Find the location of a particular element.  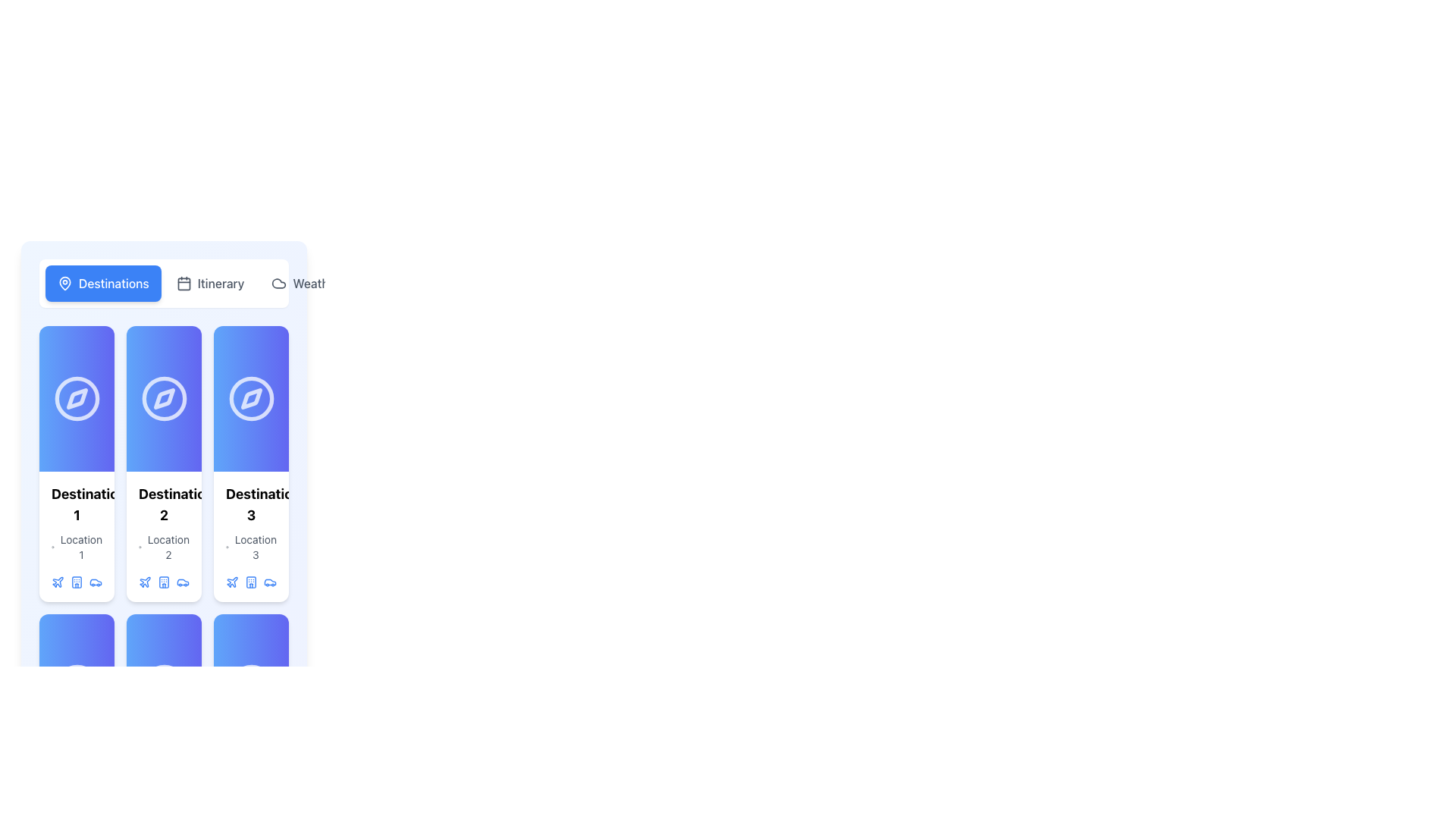

the travel destination card located is located at coordinates (164, 536).